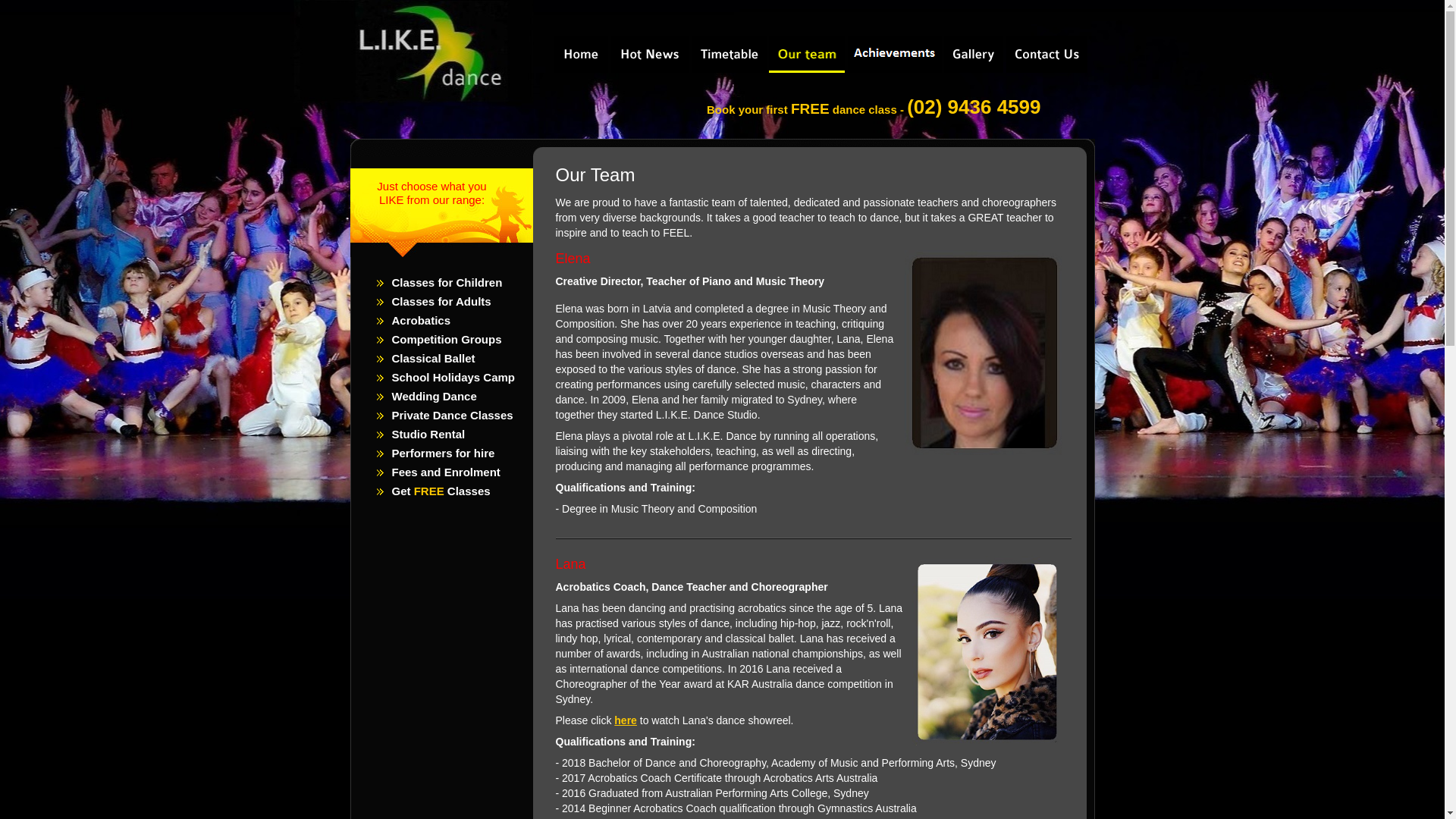 The height and width of the screenshot is (819, 1456). I want to click on 'Classes for Children', so click(446, 282).